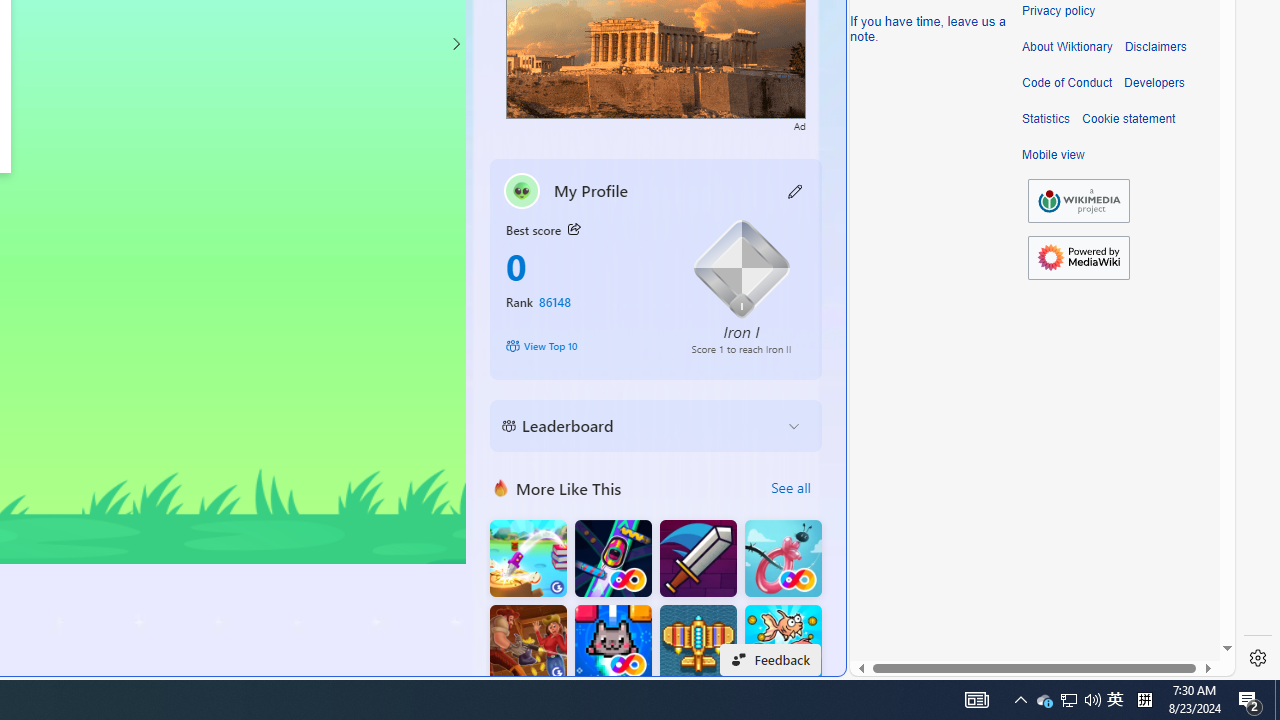 The width and height of the screenshot is (1280, 720). What do you see at coordinates (522, 190) in the screenshot?
I see `'""'` at bounding box center [522, 190].